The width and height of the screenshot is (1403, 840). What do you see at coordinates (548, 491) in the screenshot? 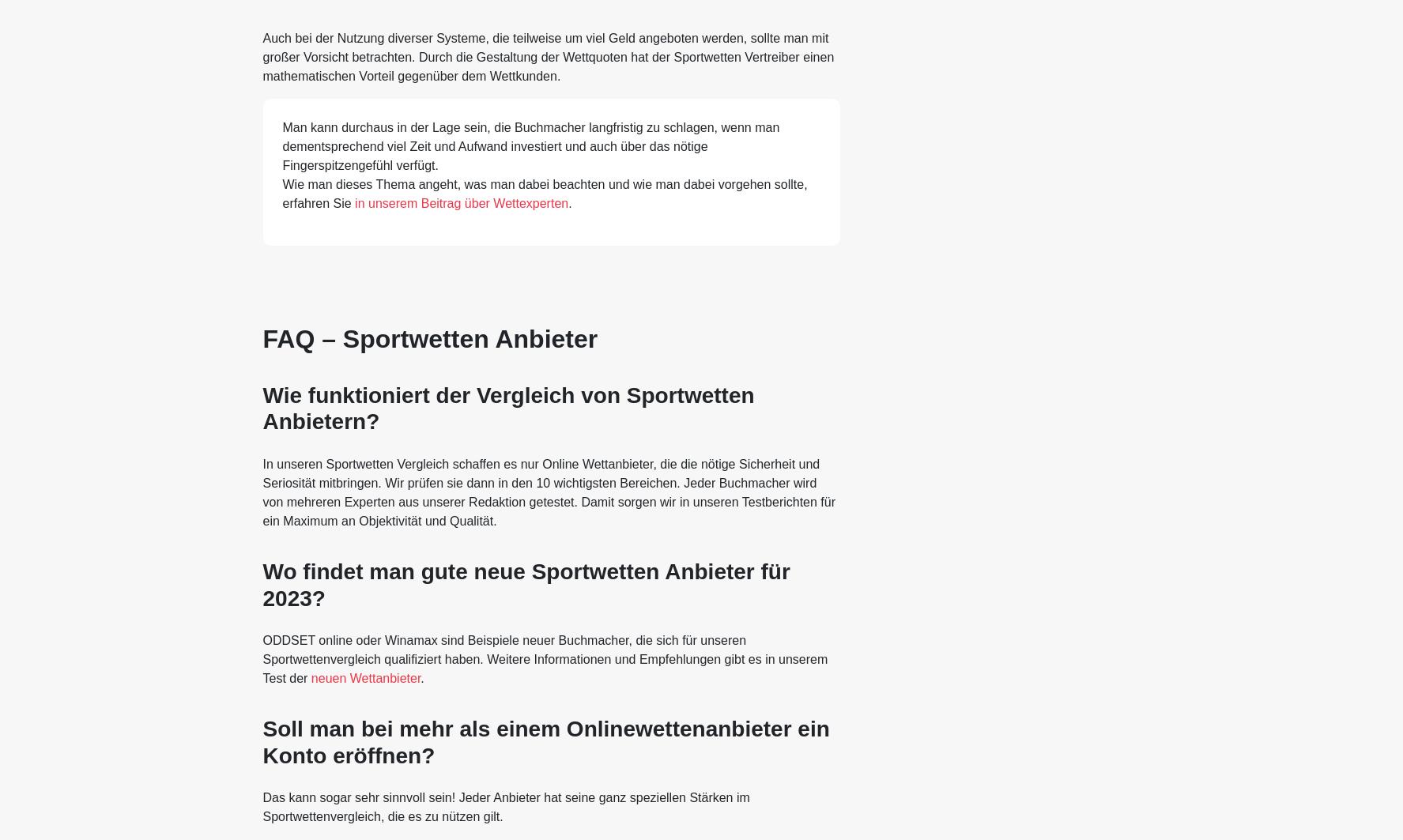
I see `'In unseren Sportwetten Vergleich schaffen es nur Online Wettanbieter, die die nötige Sicherheit und Seriosität mitbringen. Wir prüfen sie dann in den 10 wichtigsten Bereichen. Jeder Buchmacher wird von mehreren Experten aus unserer Redaktion getestet. Damit sorgen wir in unseren Testberichten für ein Maximum an Objektivität und Qualität.'` at bounding box center [548, 491].